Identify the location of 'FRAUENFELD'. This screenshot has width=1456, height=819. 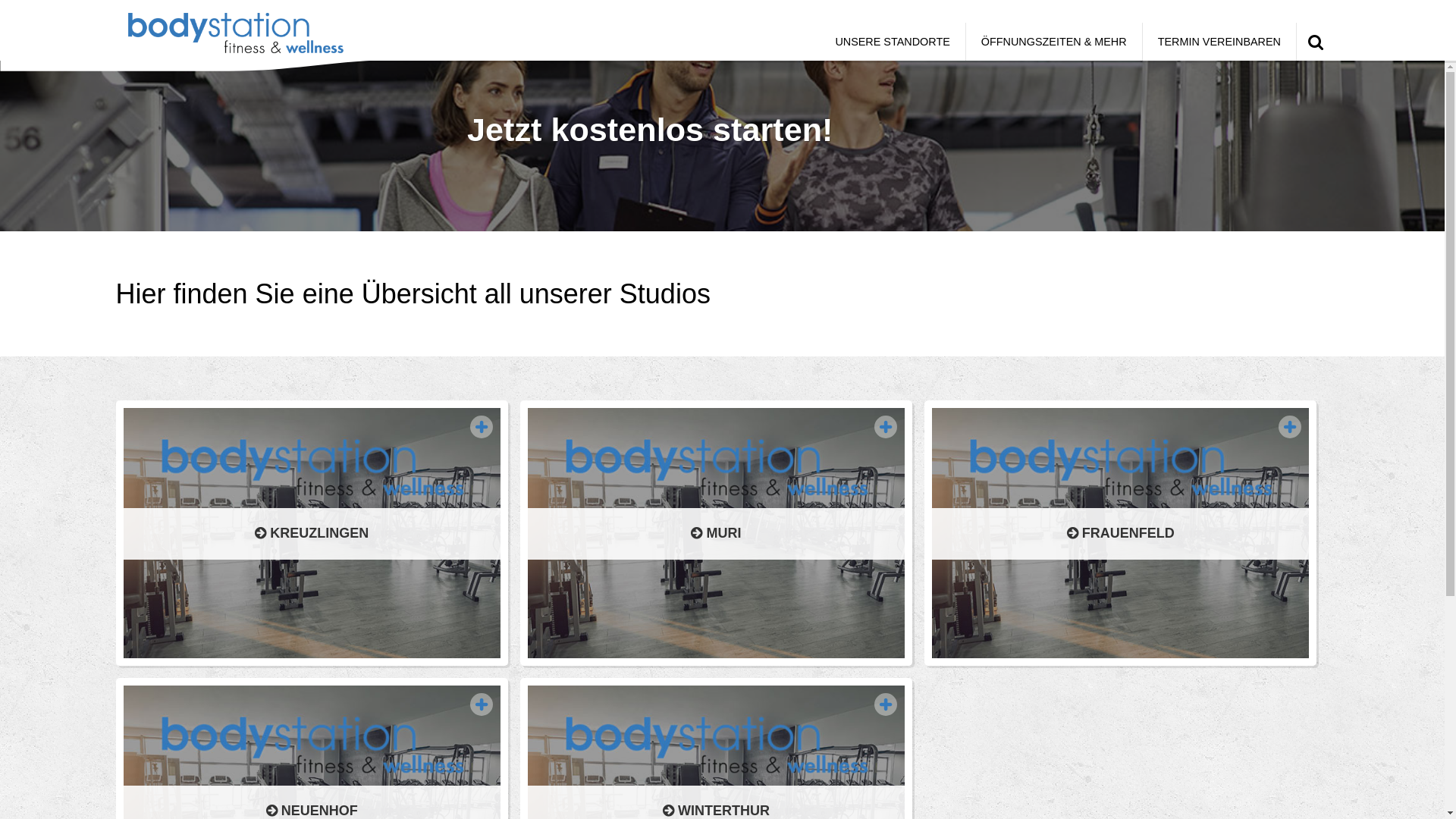
(1120, 532).